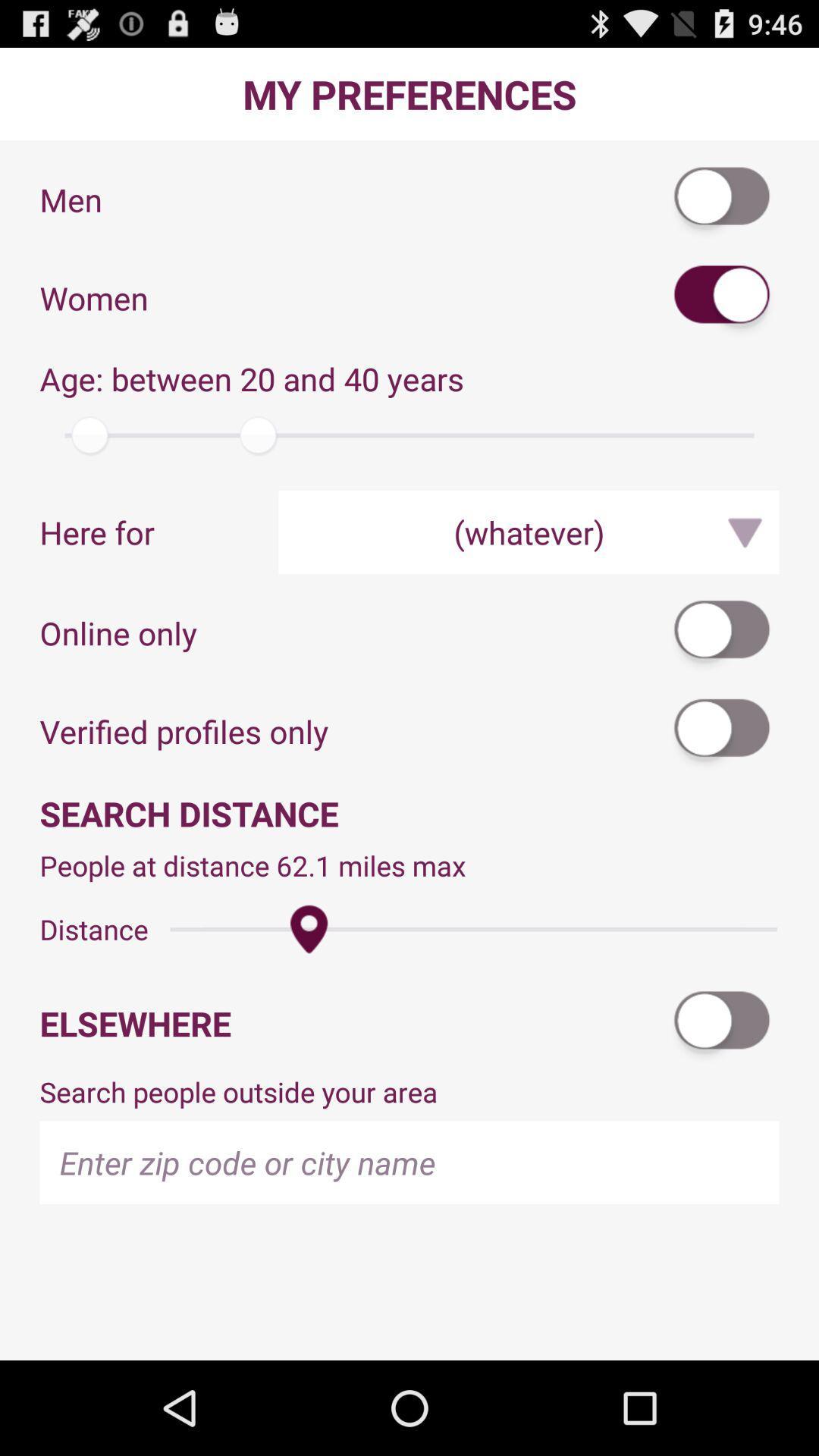 This screenshot has height=1456, width=819. Describe the element at coordinates (722, 632) in the screenshot. I see `the app below the (whatever) app` at that location.